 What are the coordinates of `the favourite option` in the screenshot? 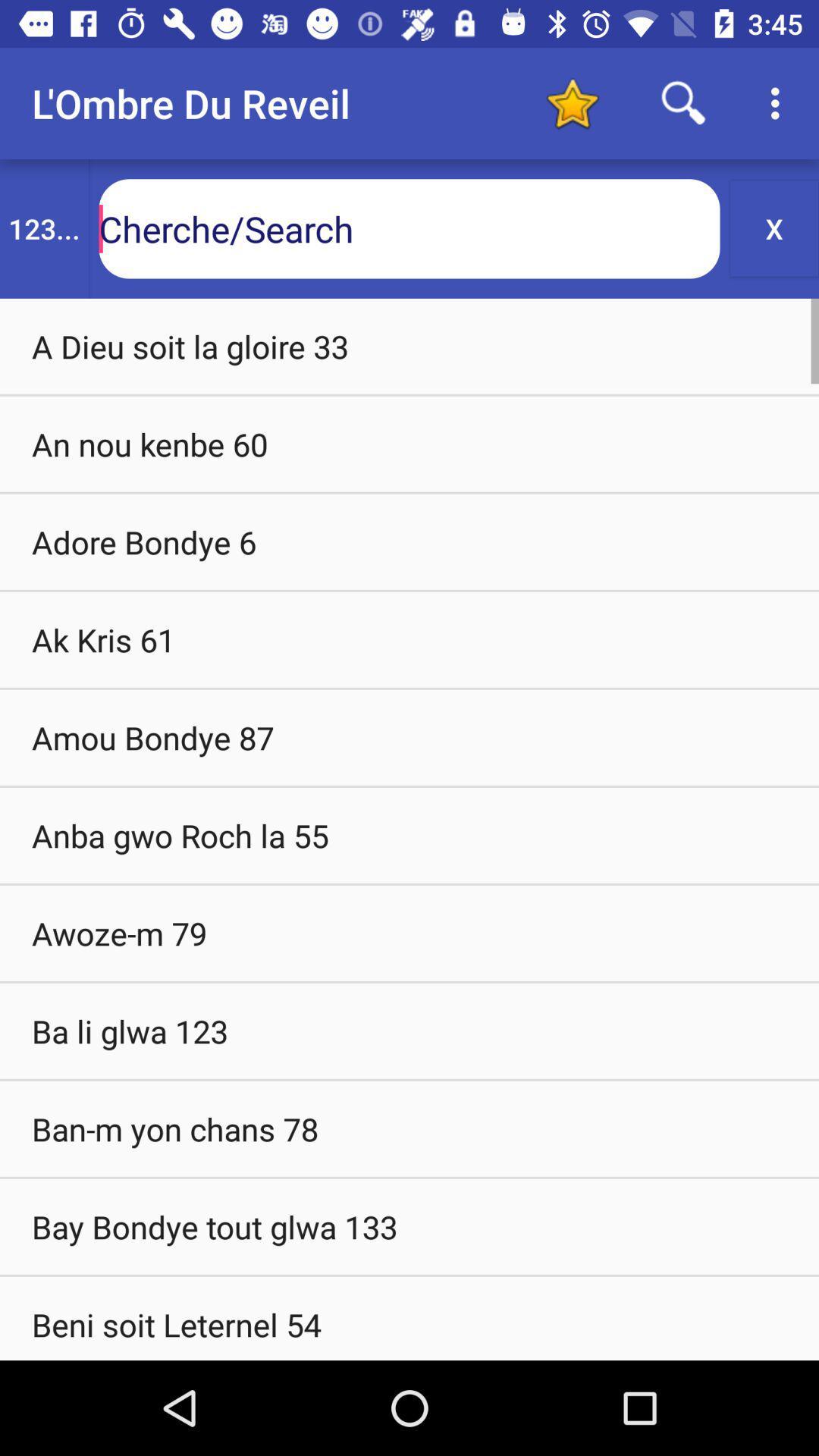 It's located at (572, 102).